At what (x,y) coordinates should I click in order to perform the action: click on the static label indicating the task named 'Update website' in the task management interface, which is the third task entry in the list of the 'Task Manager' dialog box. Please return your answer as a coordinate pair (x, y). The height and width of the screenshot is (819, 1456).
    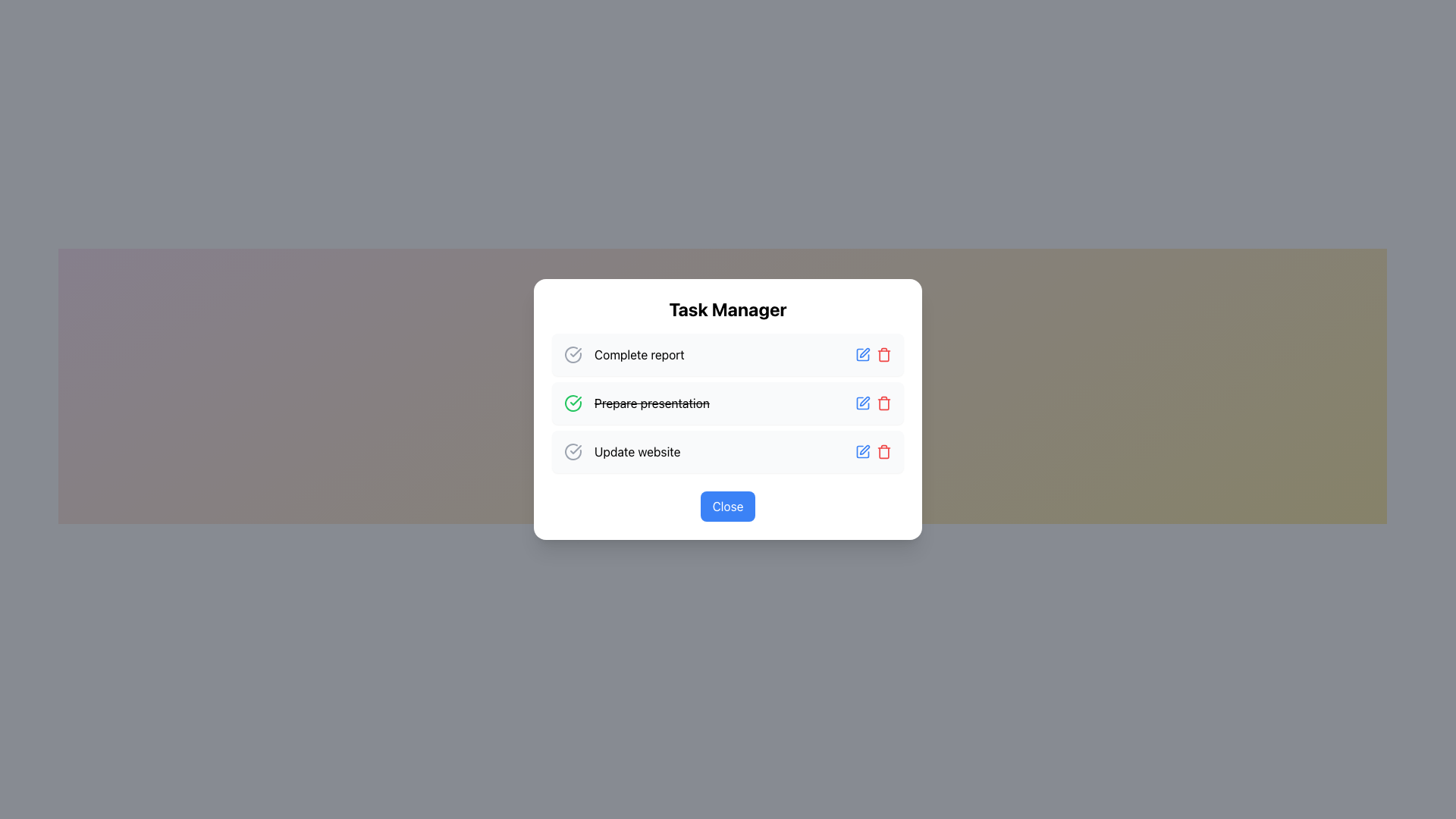
    Looking at the image, I should click on (637, 451).